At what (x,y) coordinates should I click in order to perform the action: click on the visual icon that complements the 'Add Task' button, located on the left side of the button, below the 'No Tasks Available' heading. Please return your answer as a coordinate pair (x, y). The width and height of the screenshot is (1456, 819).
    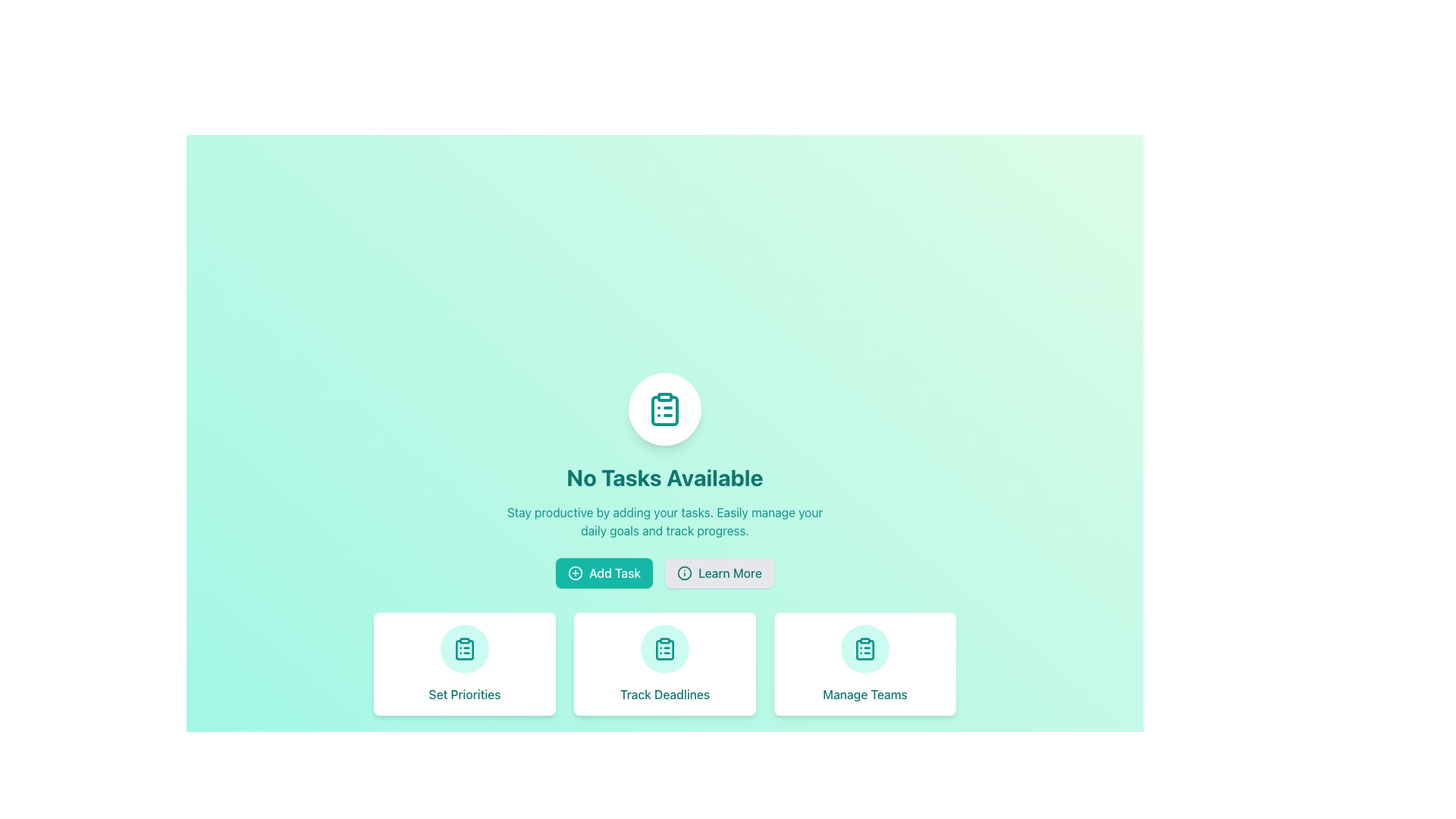
    Looking at the image, I should click on (575, 573).